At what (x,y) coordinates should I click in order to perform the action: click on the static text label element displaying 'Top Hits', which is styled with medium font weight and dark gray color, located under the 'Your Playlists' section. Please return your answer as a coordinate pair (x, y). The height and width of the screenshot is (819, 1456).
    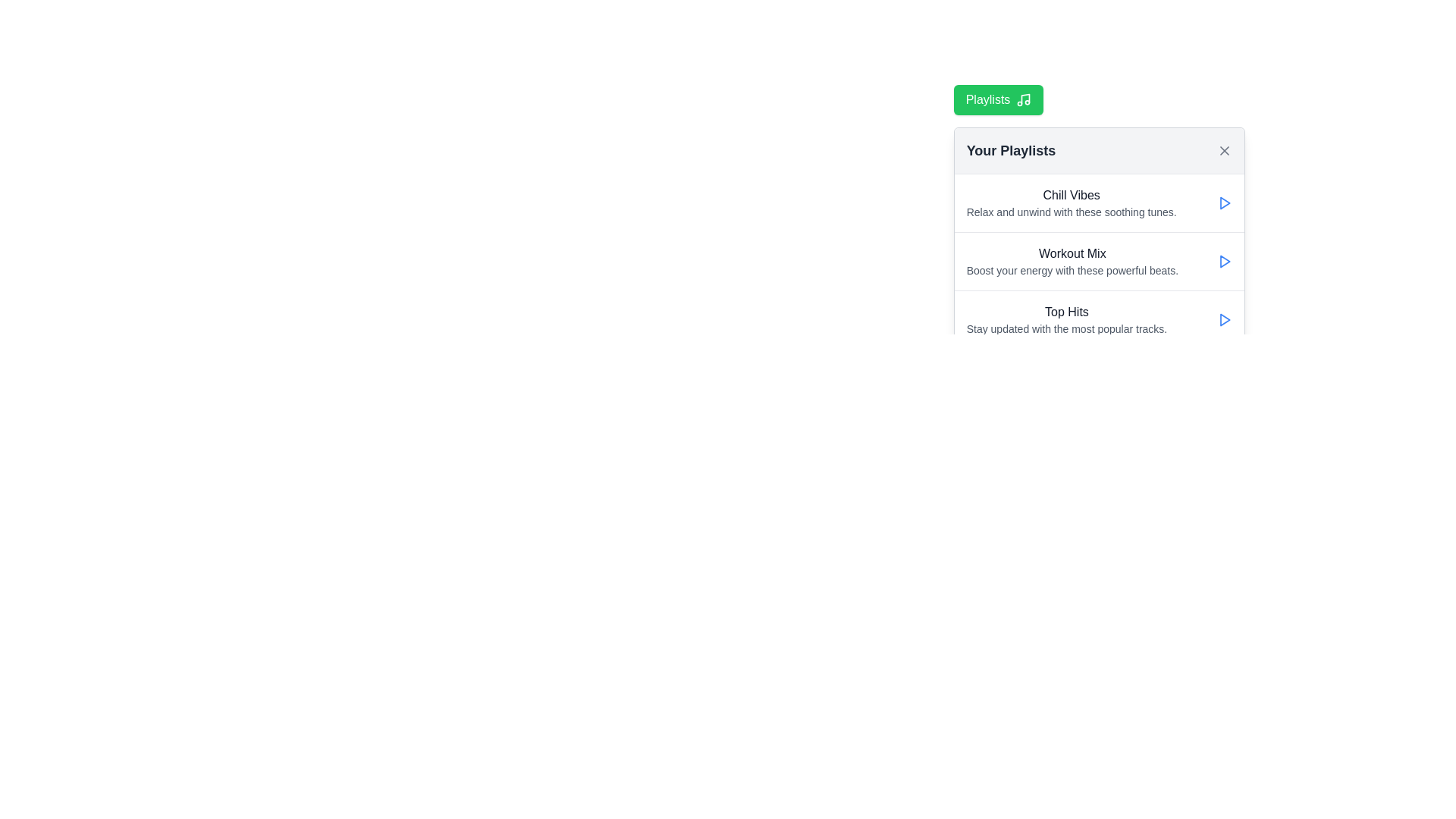
    Looking at the image, I should click on (1065, 312).